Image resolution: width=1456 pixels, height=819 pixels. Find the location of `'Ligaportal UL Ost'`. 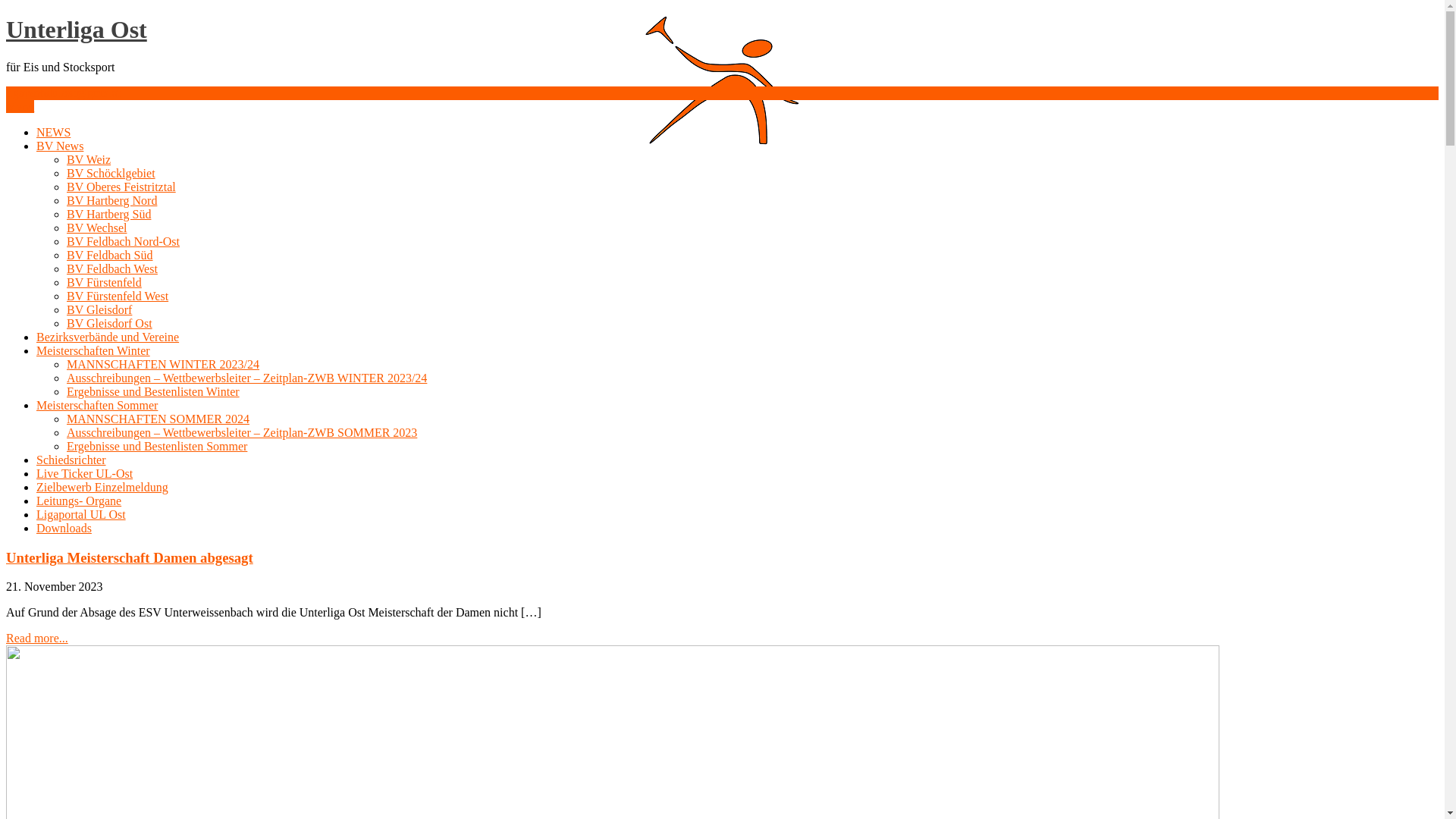

'Ligaportal UL Ost' is located at coordinates (80, 513).